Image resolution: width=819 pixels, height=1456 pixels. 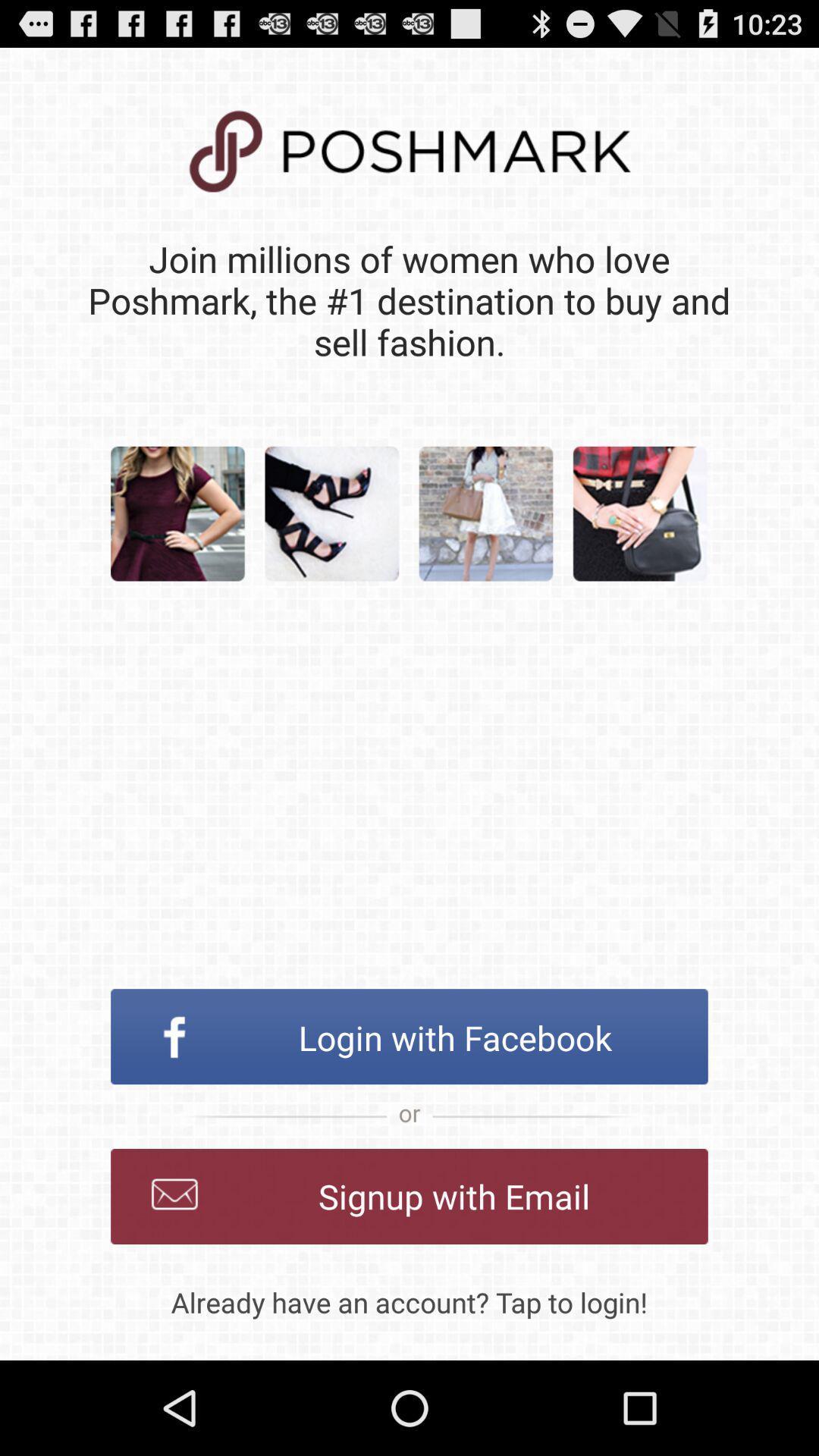 I want to click on the already have an icon, so click(x=409, y=1301).